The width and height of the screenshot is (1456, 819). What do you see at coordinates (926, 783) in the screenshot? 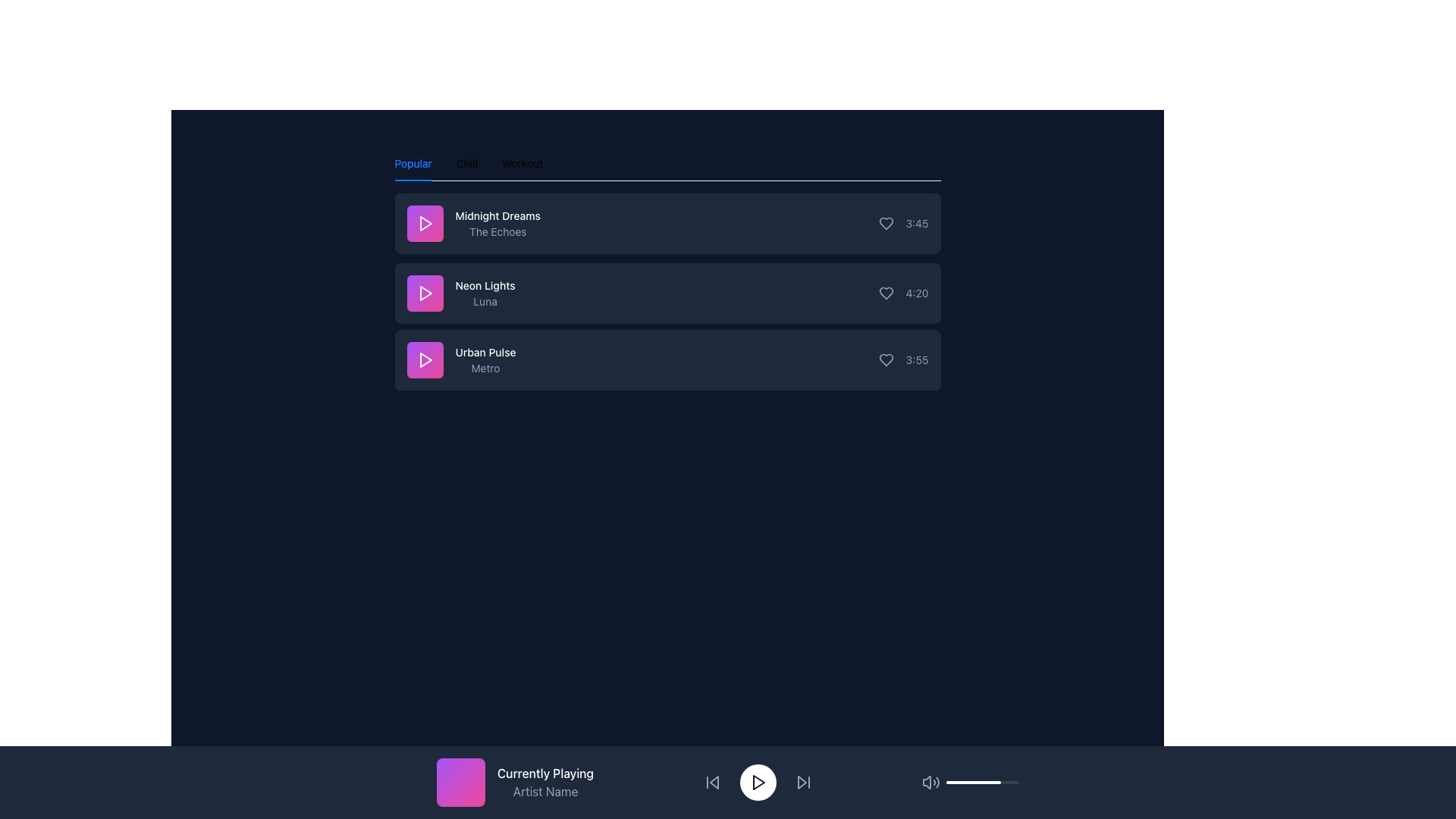
I see `the left part of the audio icon, which is a small segment filled with light gray color located in the bottom-right section of the interface, near volume control and playback buttons` at bounding box center [926, 783].